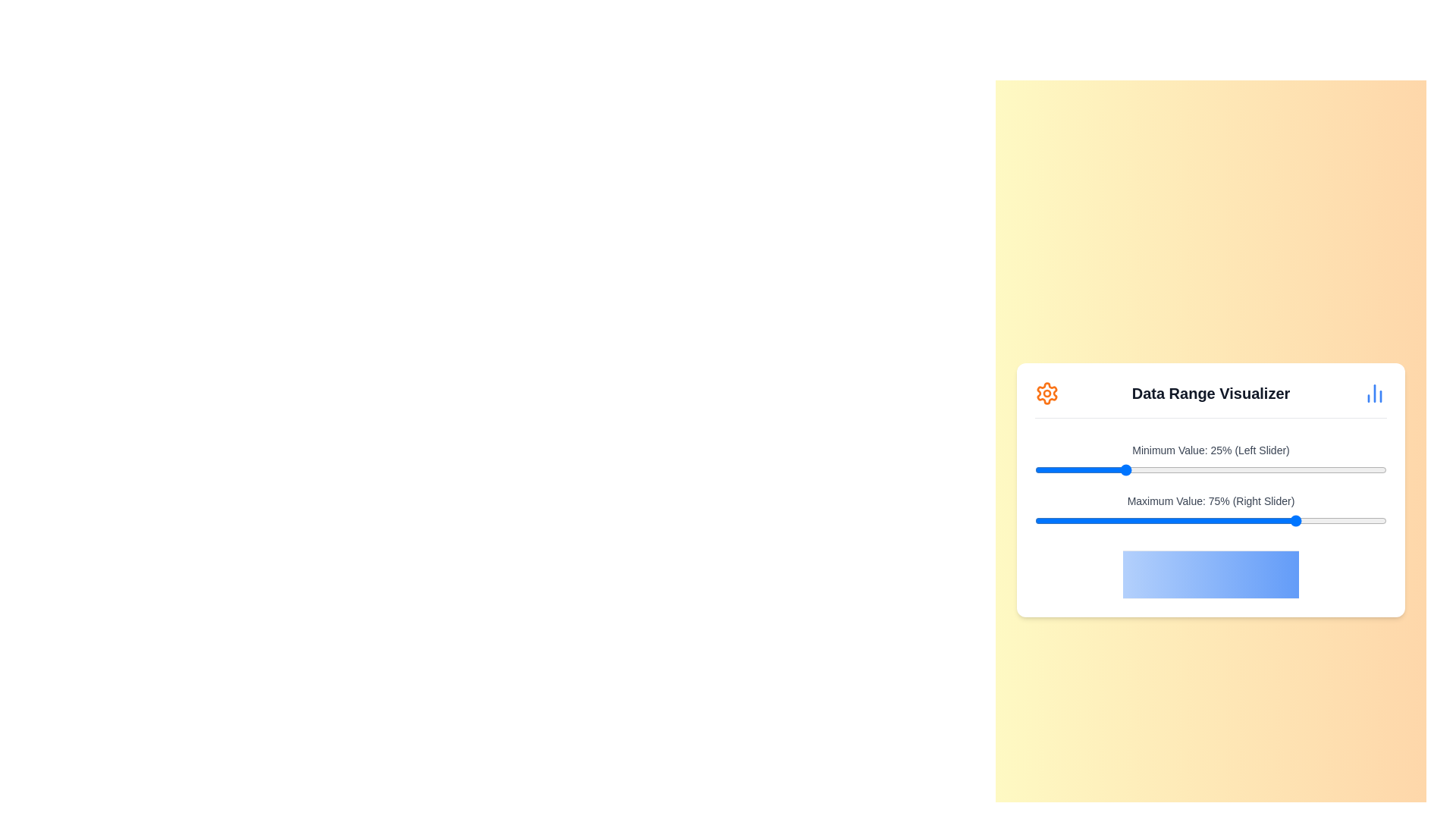  What do you see at coordinates (1137, 519) in the screenshot?
I see `the slider` at bounding box center [1137, 519].